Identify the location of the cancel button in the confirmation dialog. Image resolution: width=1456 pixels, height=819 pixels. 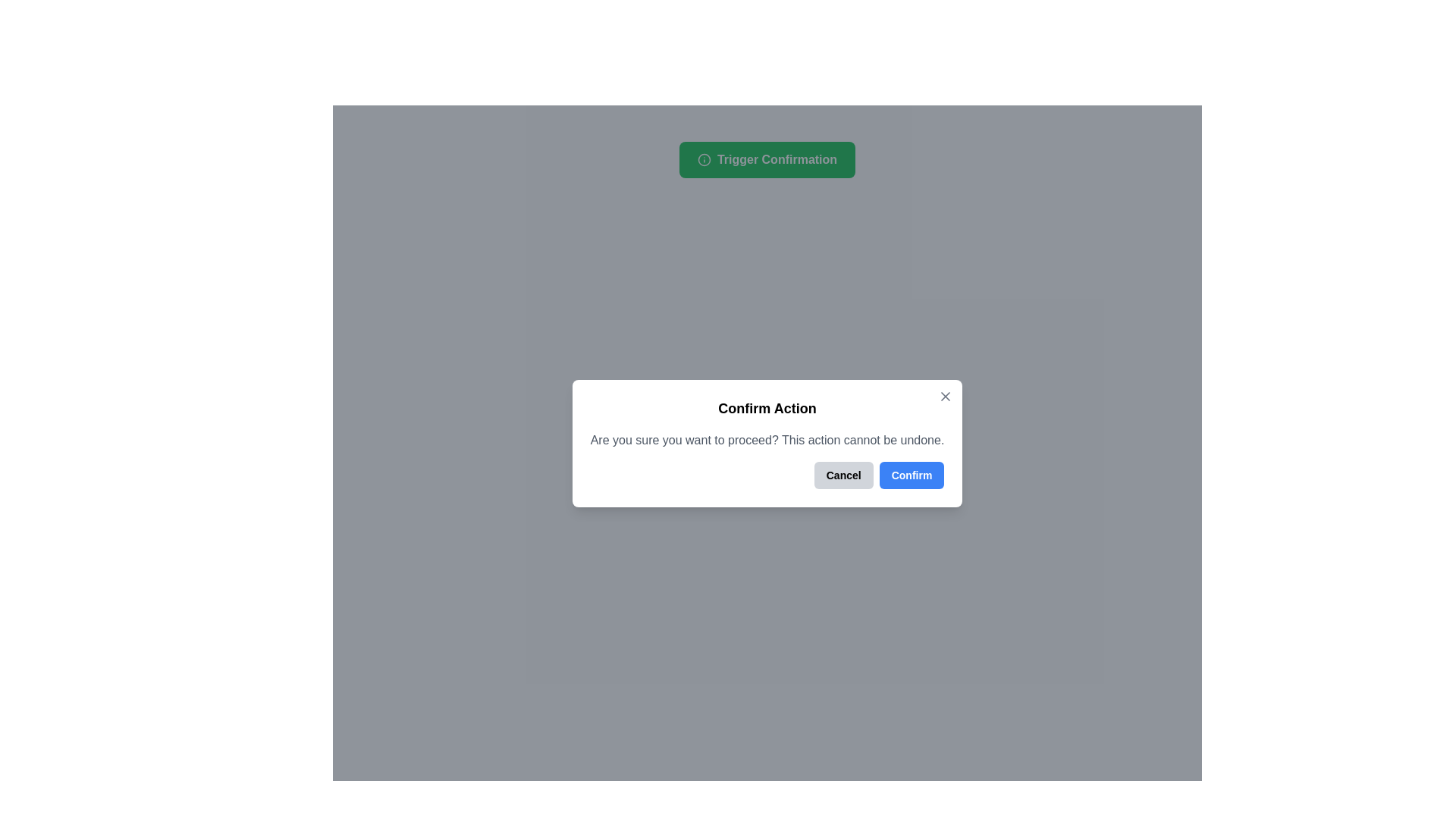
(843, 474).